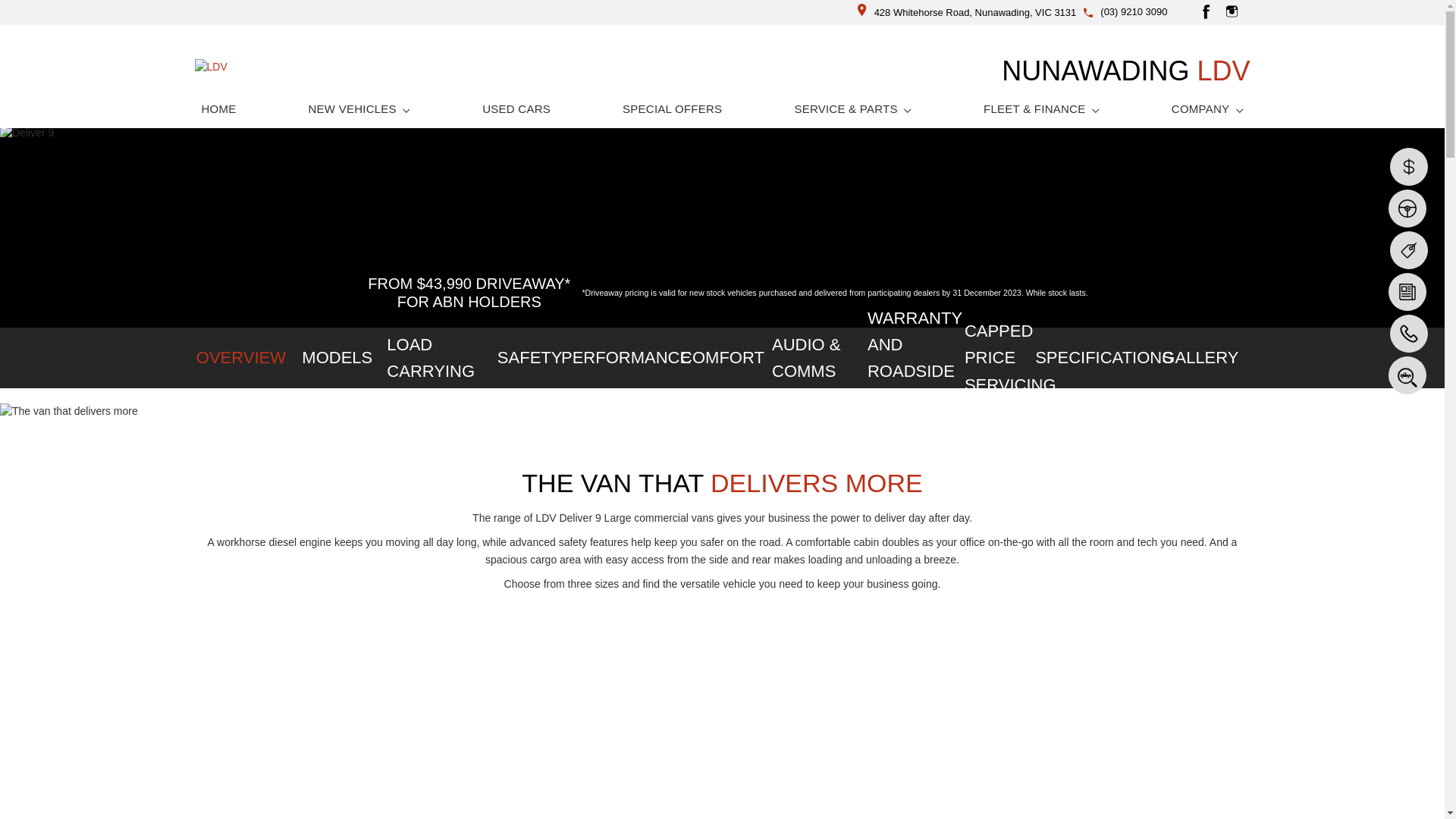 The height and width of the screenshot is (819, 1456). What do you see at coordinates (1104, 357) in the screenshot?
I see `'SPECIFICATIONS'` at bounding box center [1104, 357].